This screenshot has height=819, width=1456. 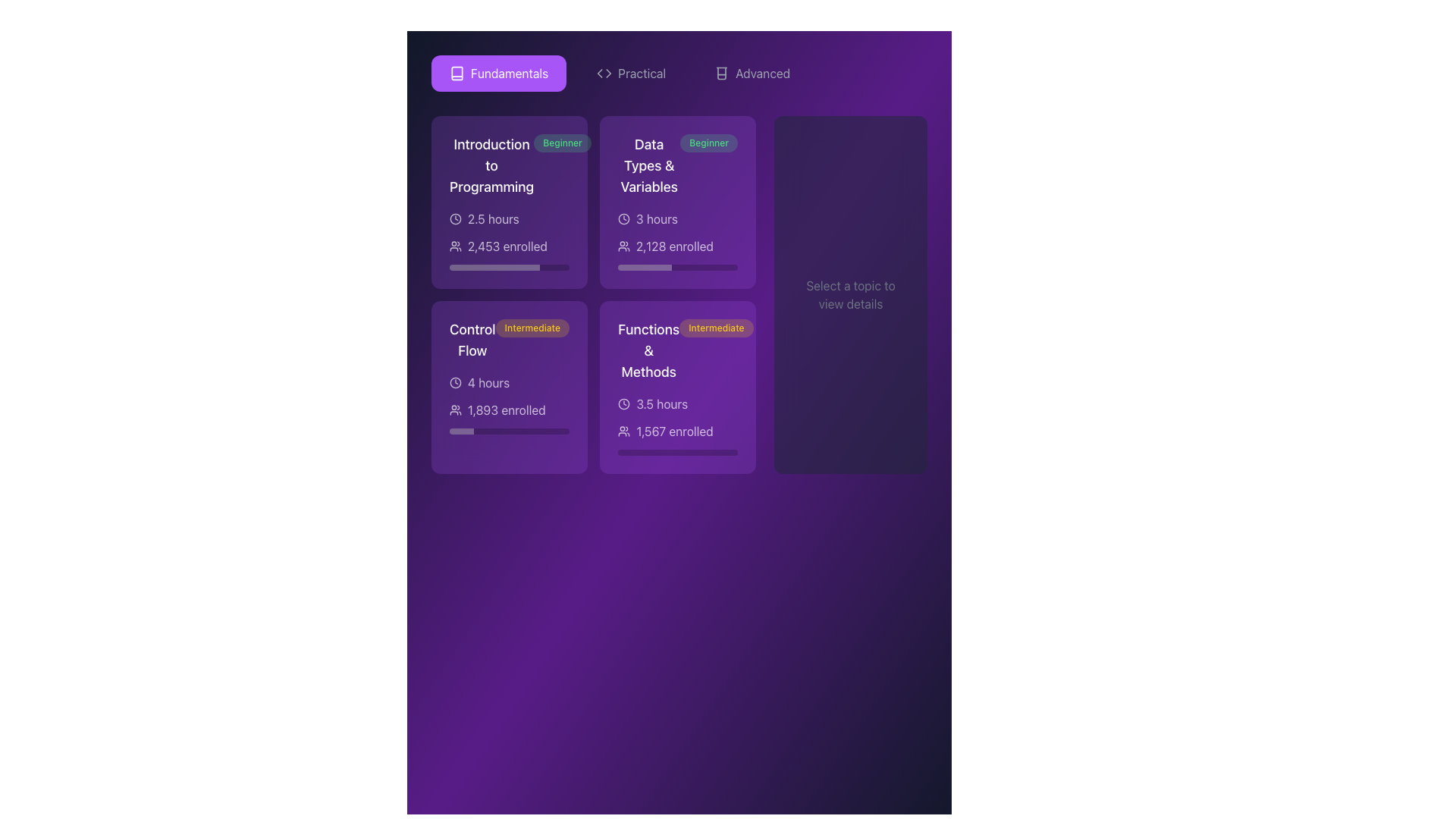 What do you see at coordinates (562, 143) in the screenshot?
I see `the skill level label that indicates 'Beginner', which is a semi-transparent green rounded rectangular label located in the top-right corner of the 'Introduction to Programming' card` at bounding box center [562, 143].